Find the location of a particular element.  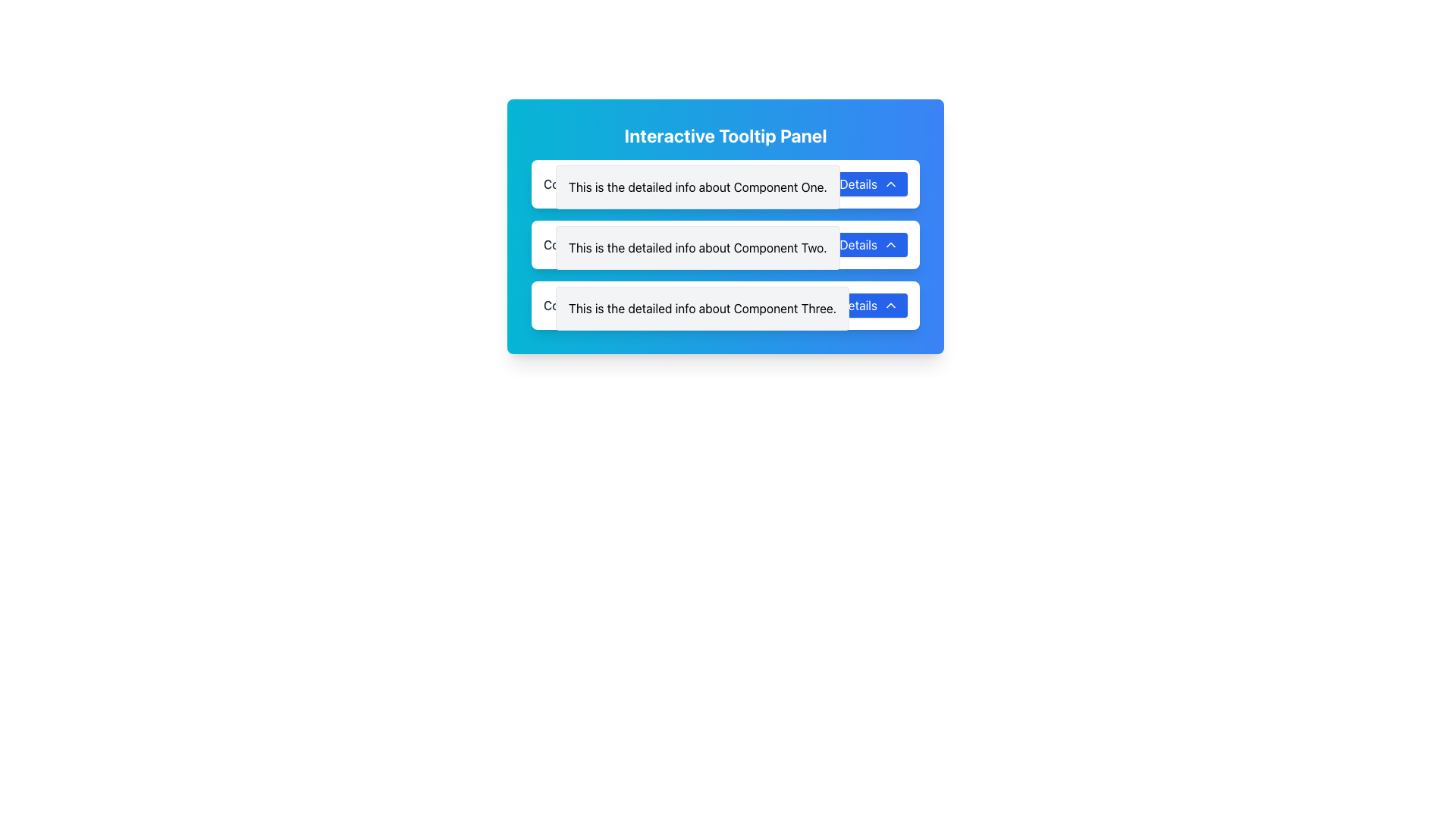

the informational tooltip with a light grey background that contains the text 'This is the detailed info about Component Two.', located beneath 'Component One' and above 'Component Three.' is located at coordinates (697, 247).